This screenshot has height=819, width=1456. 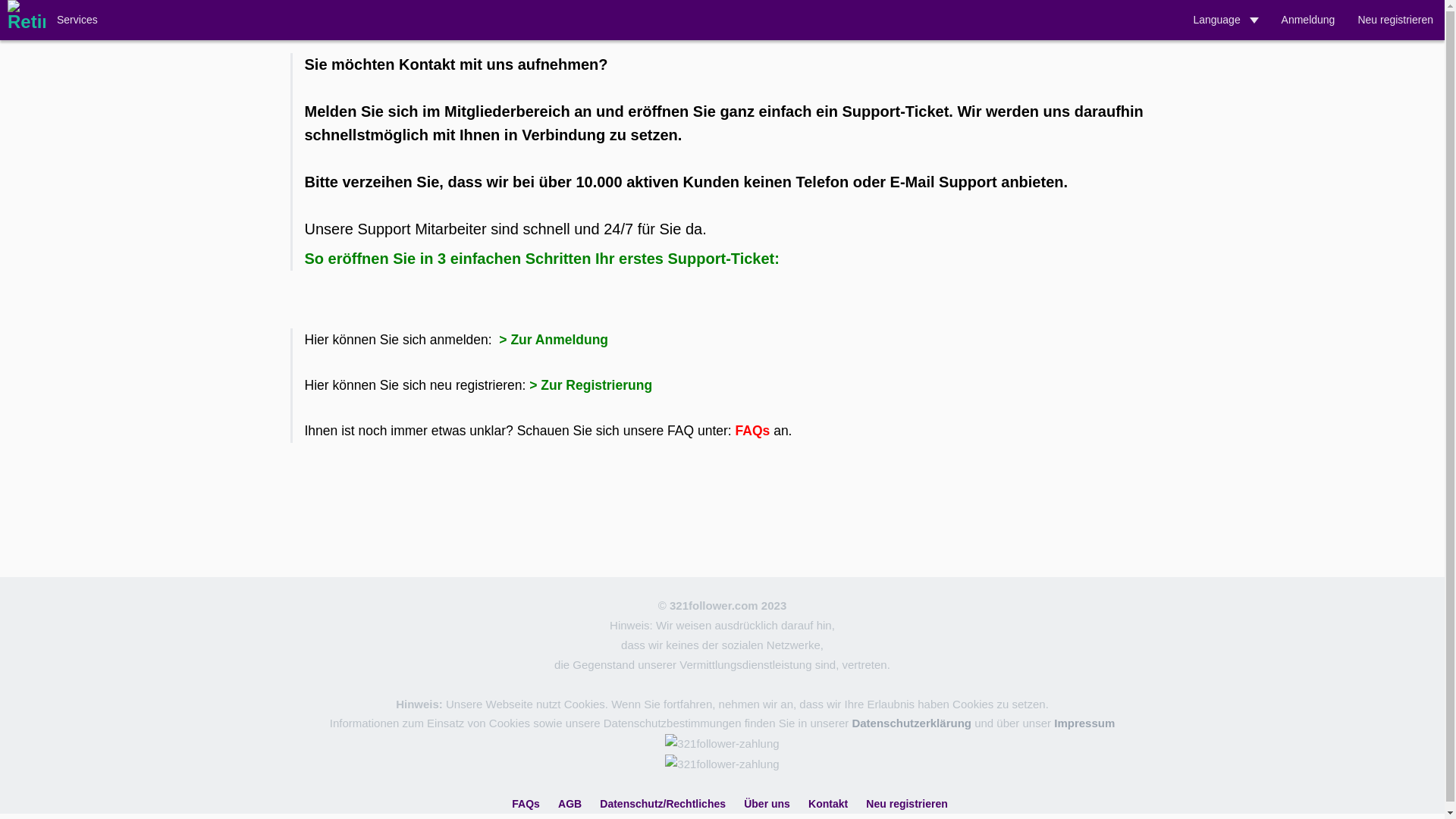 What do you see at coordinates (906, 803) in the screenshot?
I see `'Neu registrieren'` at bounding box center [906, 803].